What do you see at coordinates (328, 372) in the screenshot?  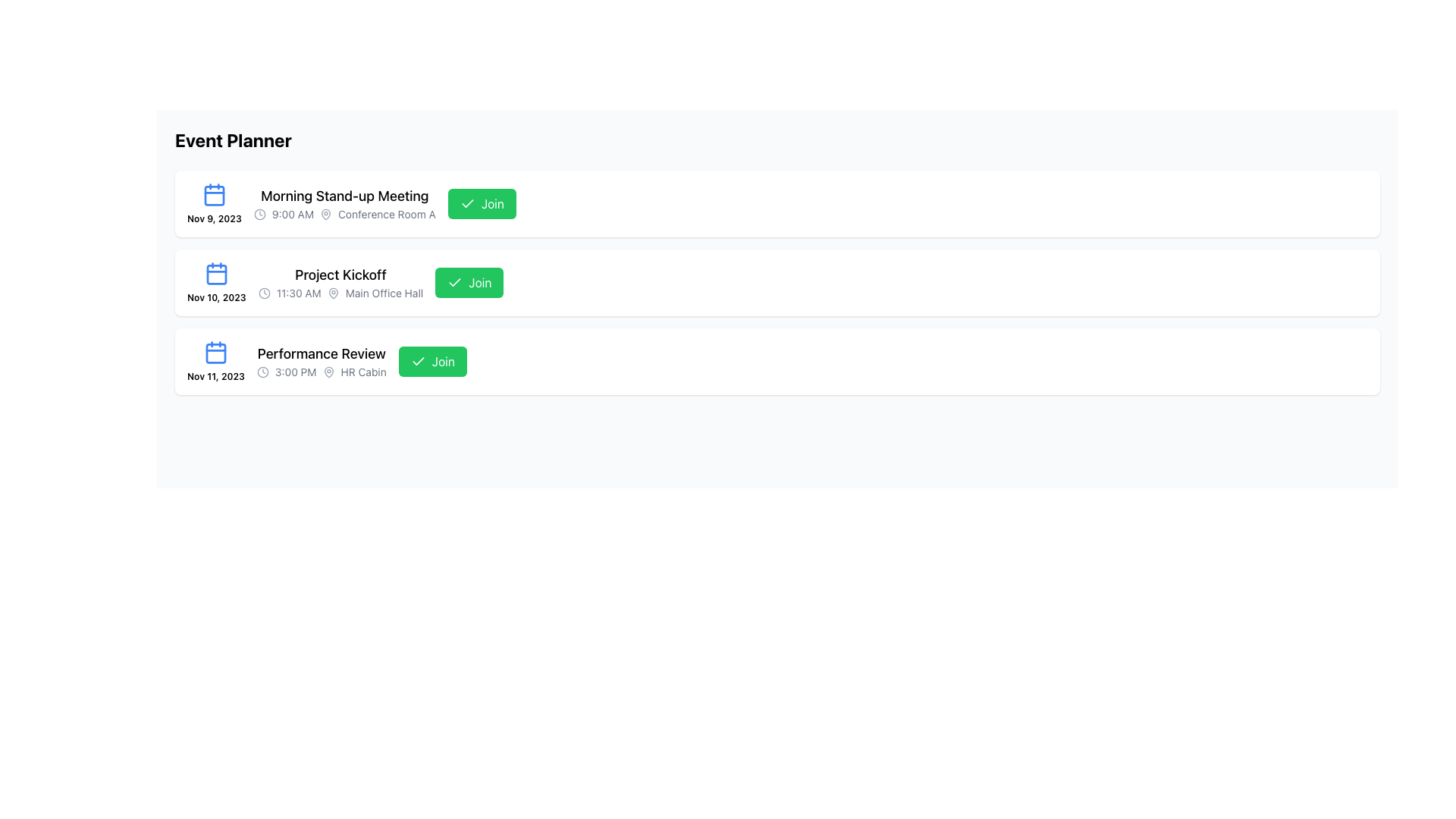 I see `the map pin icon, which is a compact decorative graphic representing a location marker, located to the left of the 'HR Cabin' text in the 'Performance Review' entry` at bounding box center [328, 372].